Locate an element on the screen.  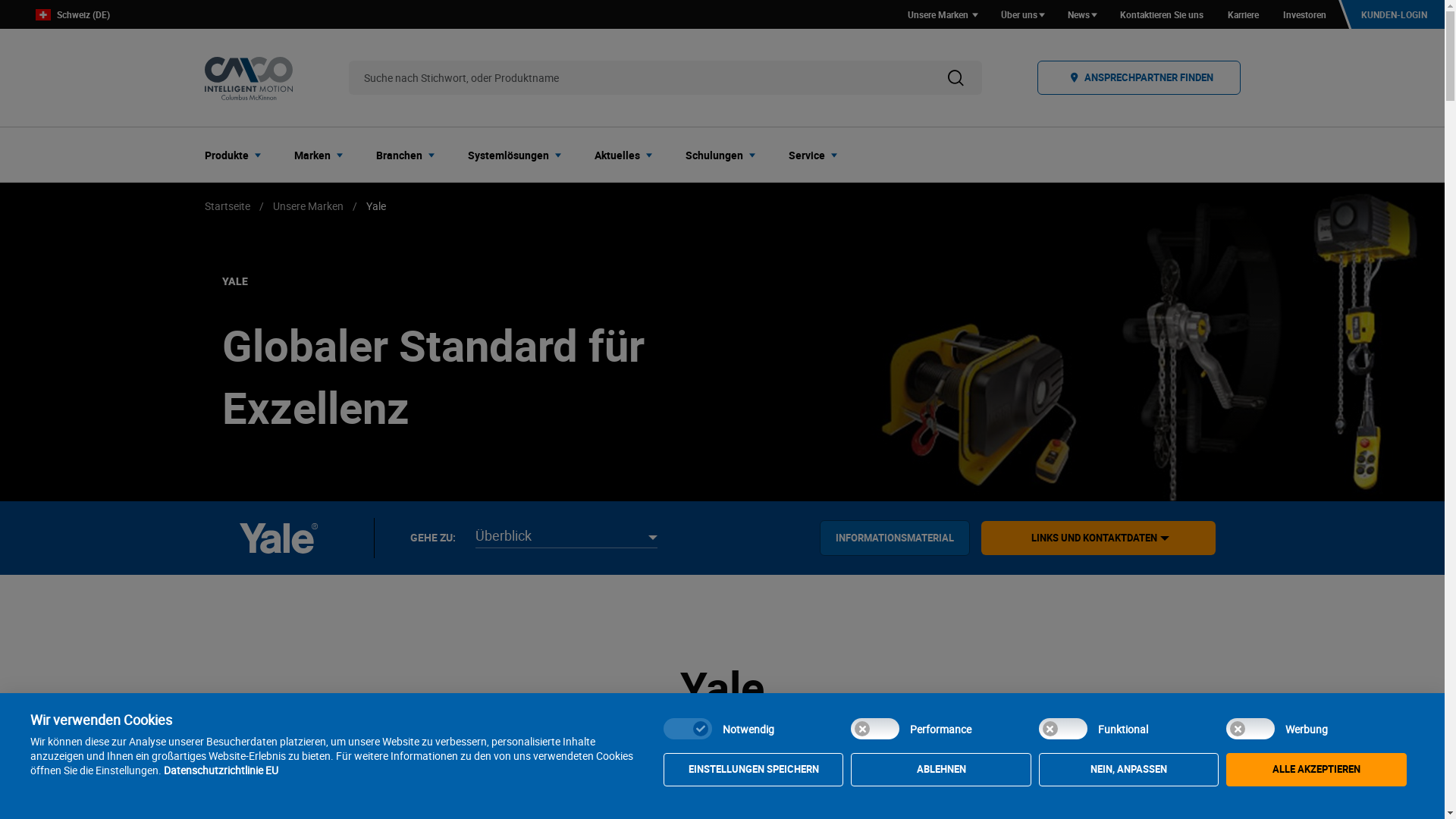
'Aktuelles' is located at coordinates (628, 155).